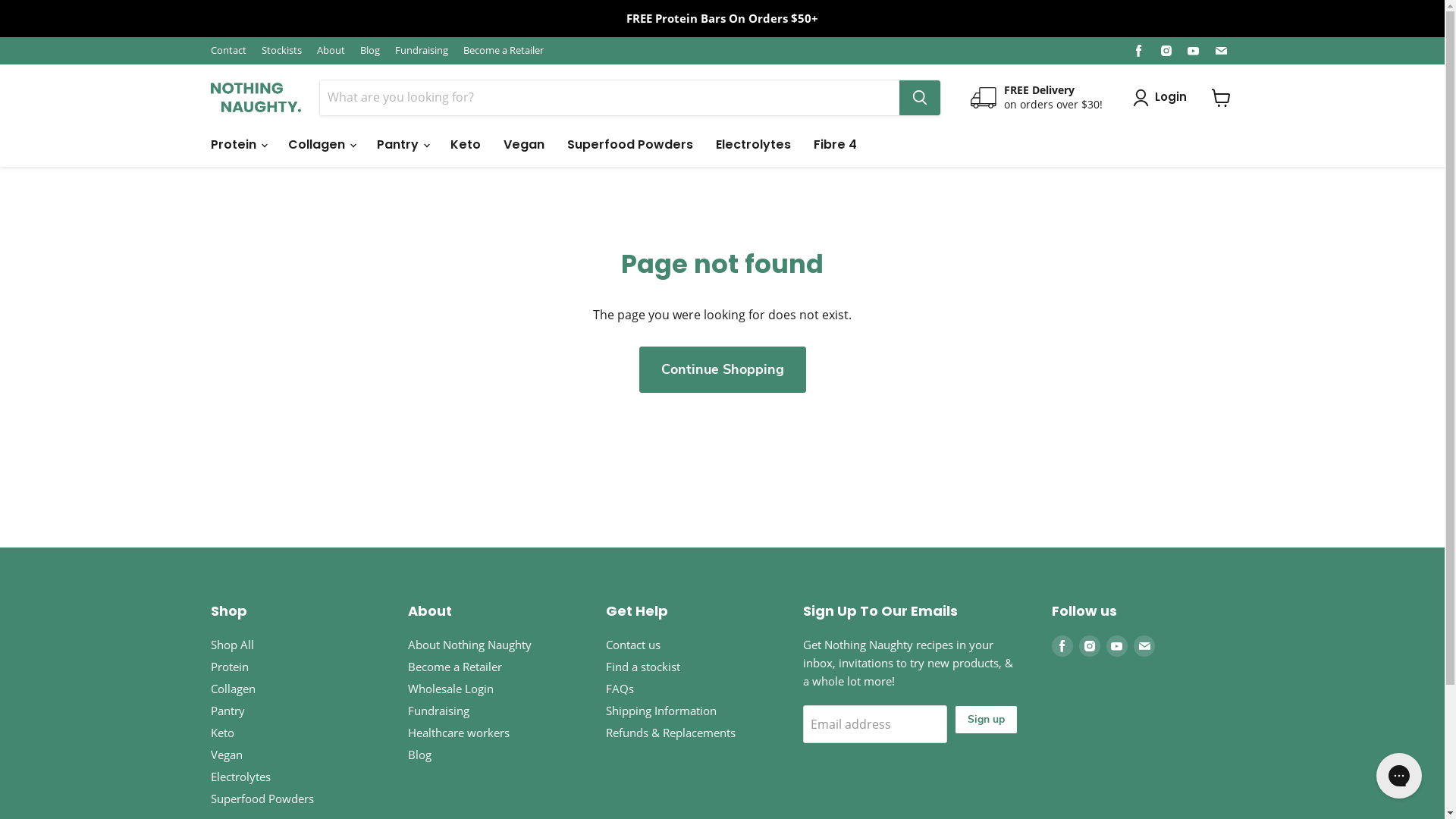 The width and height of the screenshot is (1456, 819). Describe the element at coordinates (262, 798) in the screenshot. I see `'Superfood Powders'` at that location.